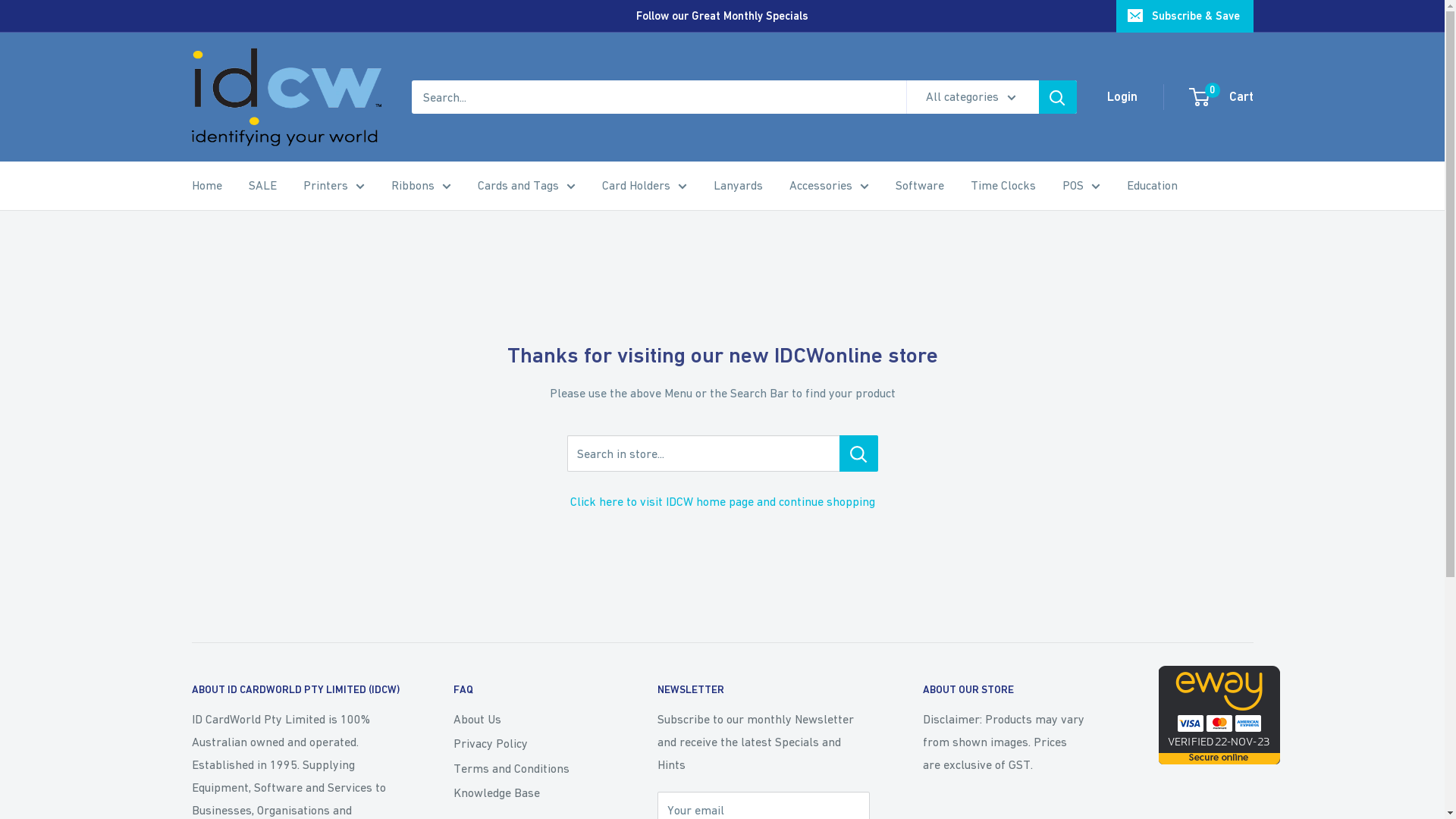 Image resolution: width=1456 pixels, height=819 pixels. I want to click on 'eWAY Payment Gateway', so click(1219, 675).